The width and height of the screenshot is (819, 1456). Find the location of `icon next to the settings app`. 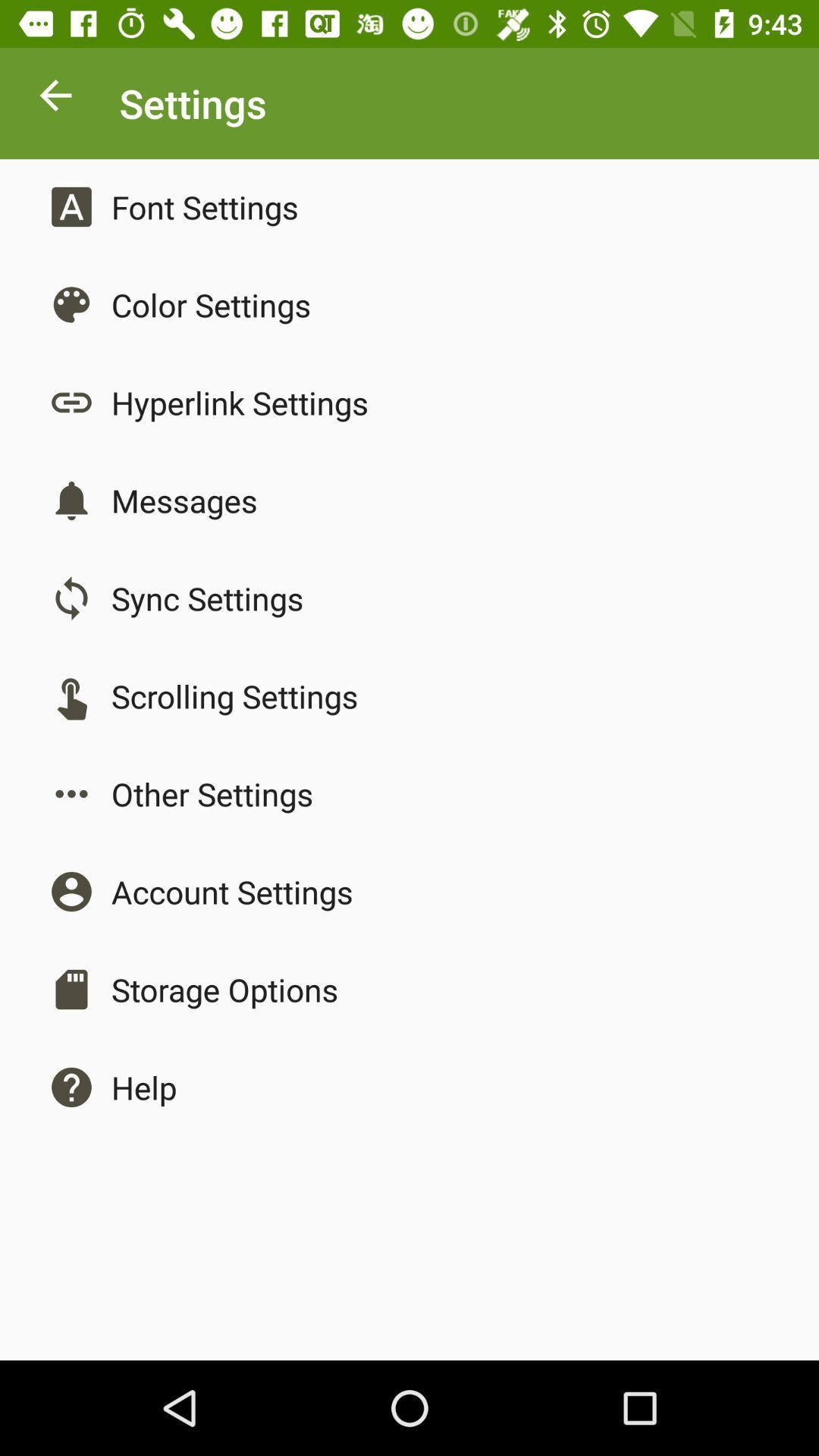

icon next to the settings app is located at coordinates (55, 99).